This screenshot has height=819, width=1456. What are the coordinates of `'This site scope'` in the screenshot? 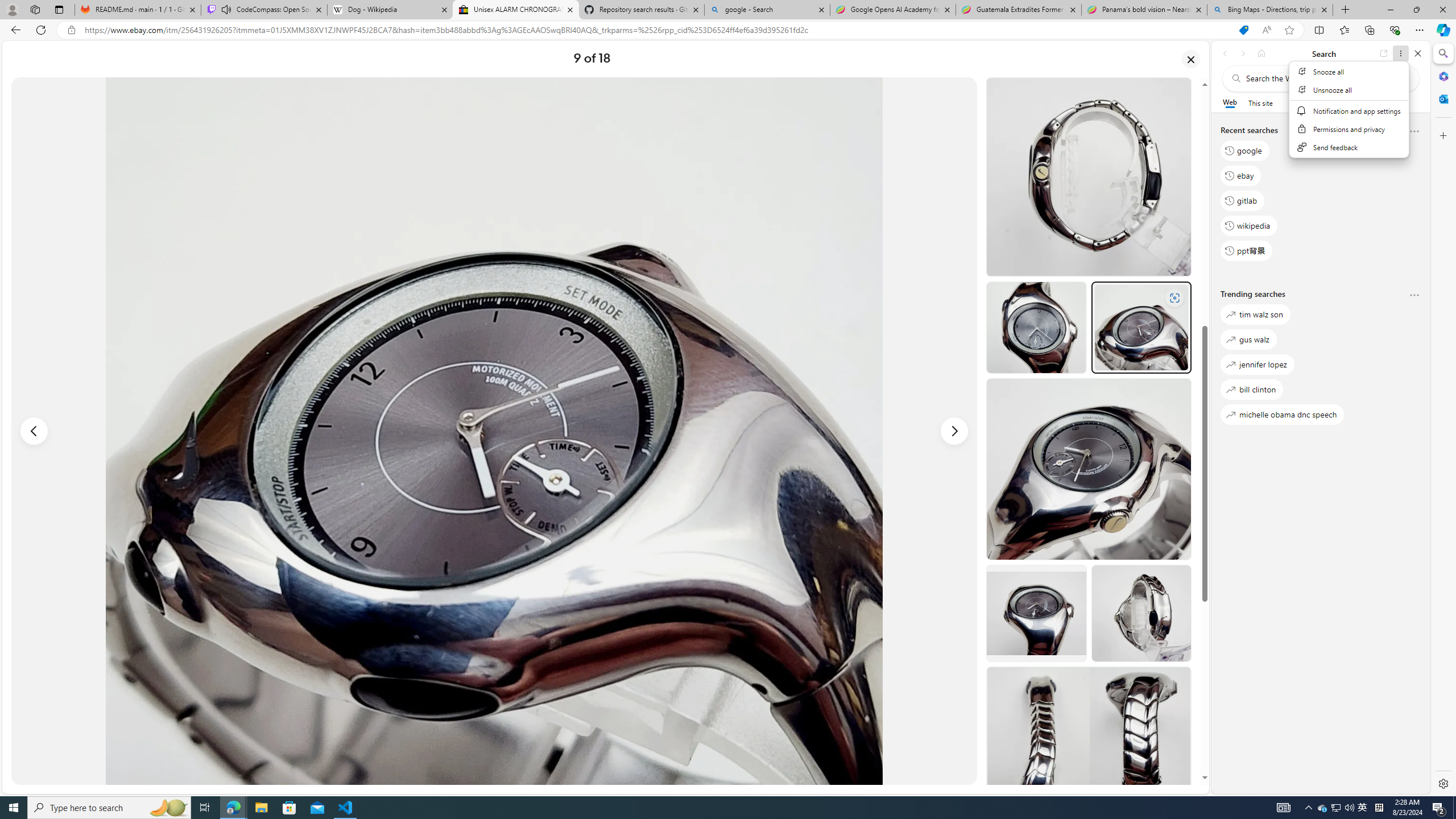 It's located at (1259, 102).